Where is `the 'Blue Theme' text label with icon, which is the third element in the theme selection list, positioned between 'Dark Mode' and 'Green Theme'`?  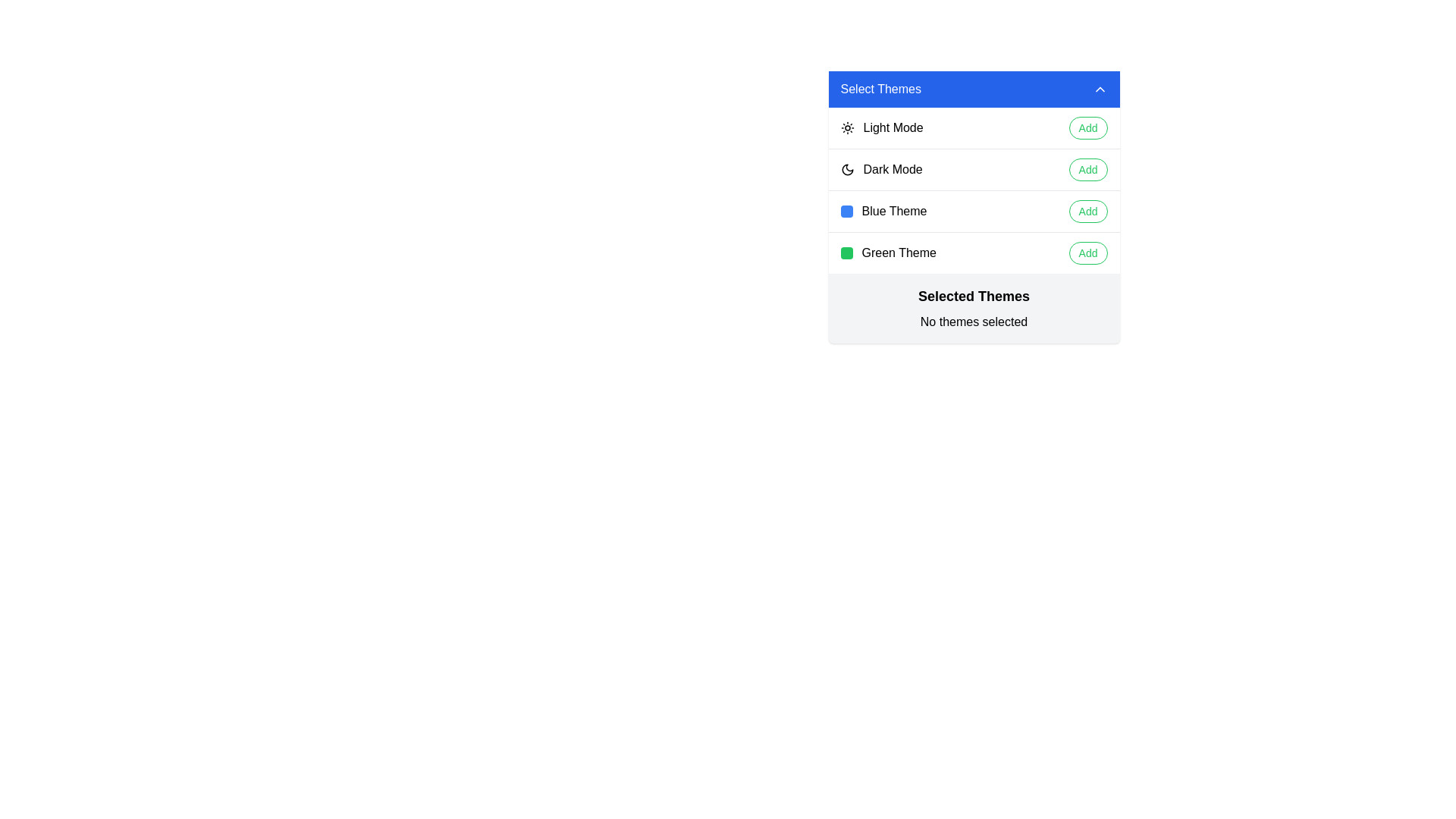 the 'Blue Theme' text label with icon, which is the third element in the theme selection list, positioned between 'Dark Mode' and 'Green Theme' is located at coordinates (883, 211).